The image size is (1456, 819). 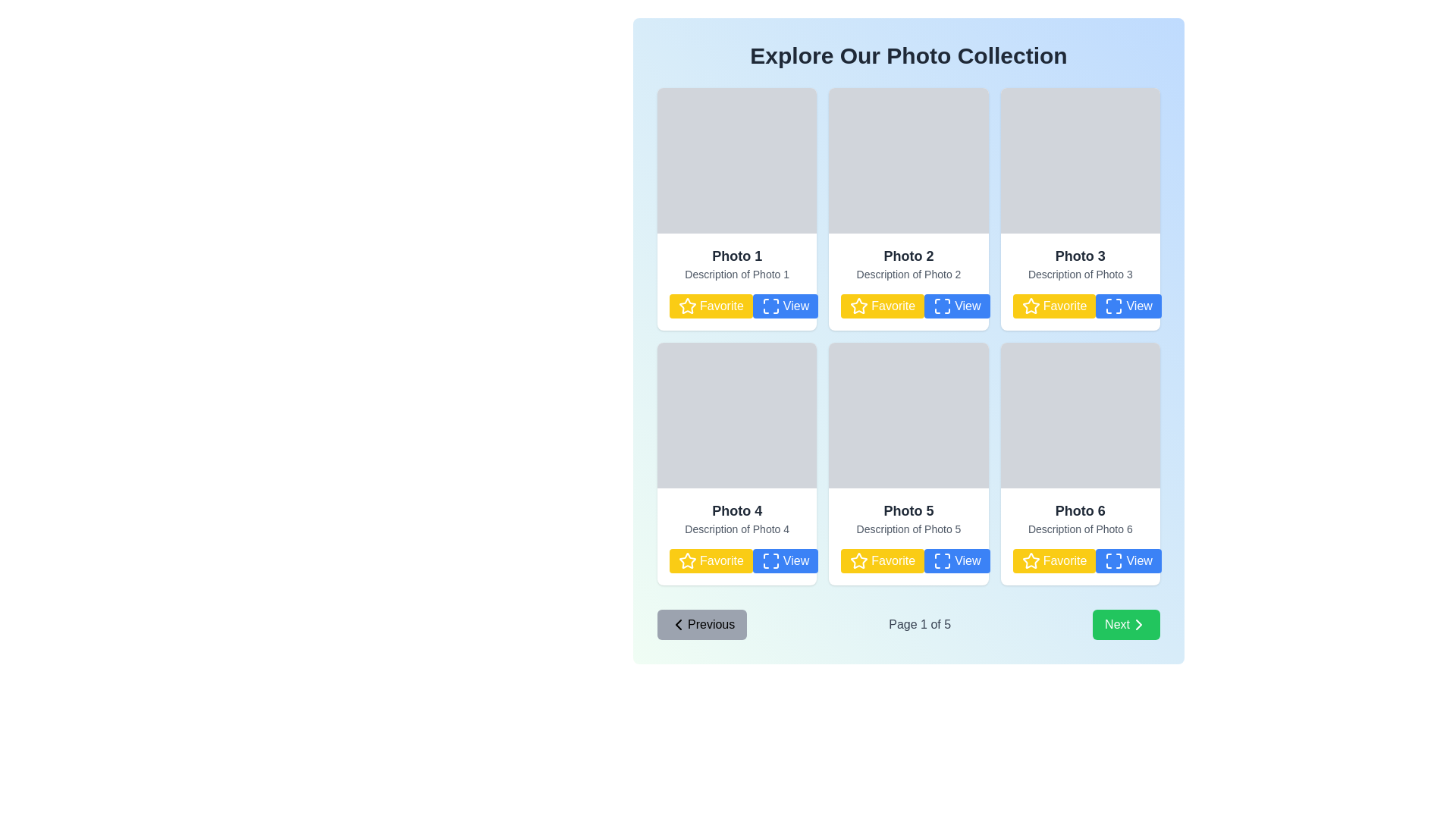 What do you see at coordinates (1031, 306) in the screenshot?
I see `the yellow star icon located in the third card of the grid layout to mark the item as favorite` at bounding box center [1031, 306].